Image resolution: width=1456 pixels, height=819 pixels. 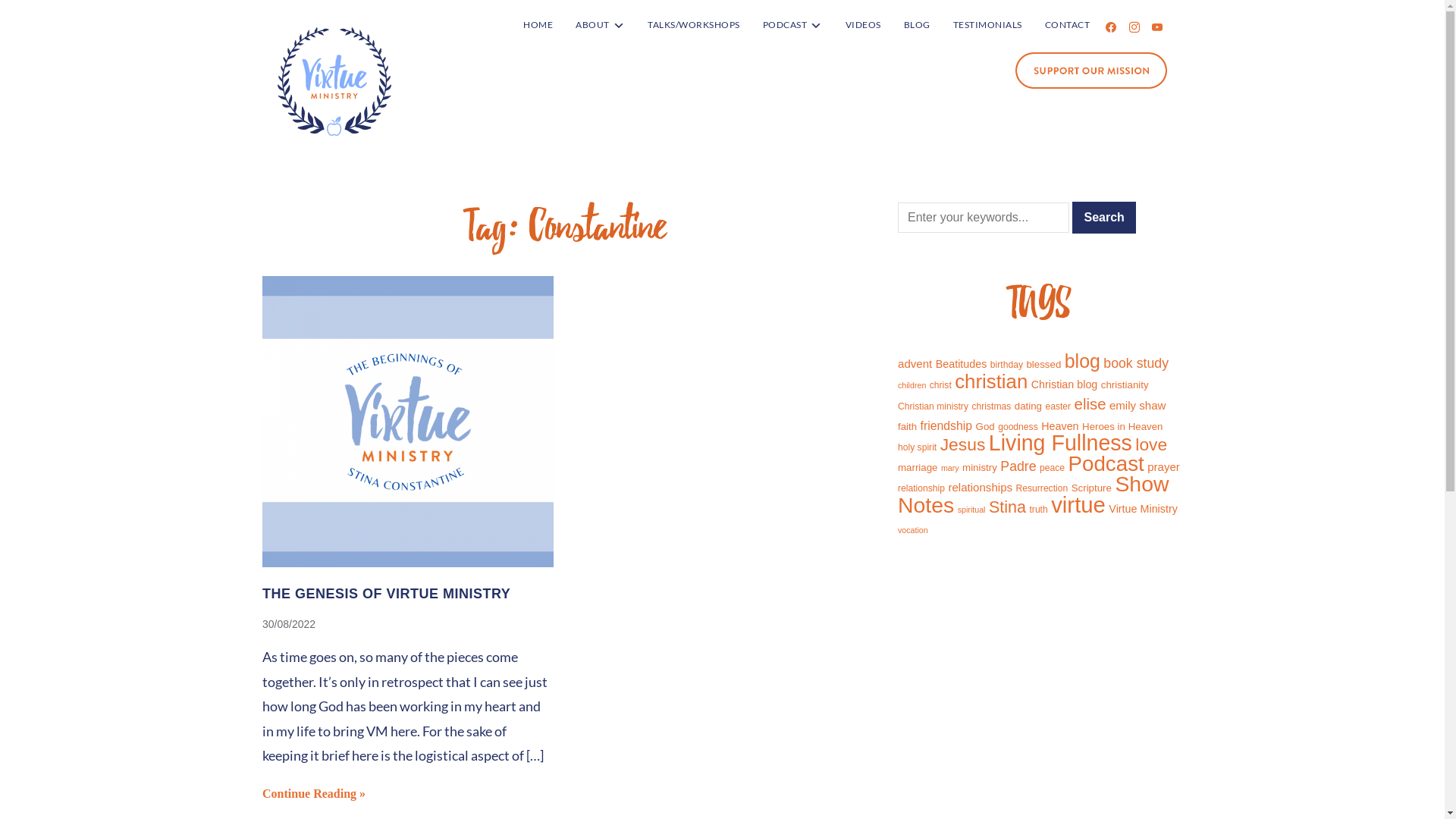 What do you see at coordinates (1090, 403) in the screenshot?
I see `'elise'` at bounding box center [1090, 403].